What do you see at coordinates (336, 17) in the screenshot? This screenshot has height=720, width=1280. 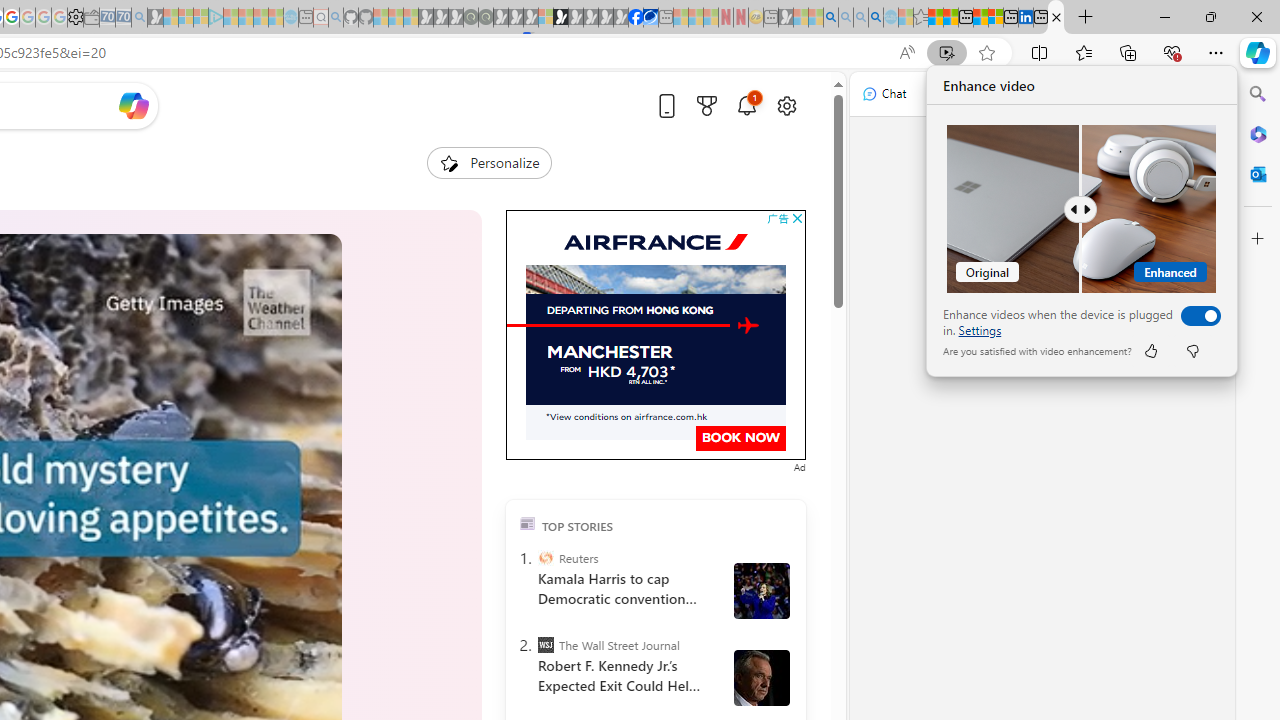 I see `'github - Search - Sleeping'` at bounding box center [336, 17].